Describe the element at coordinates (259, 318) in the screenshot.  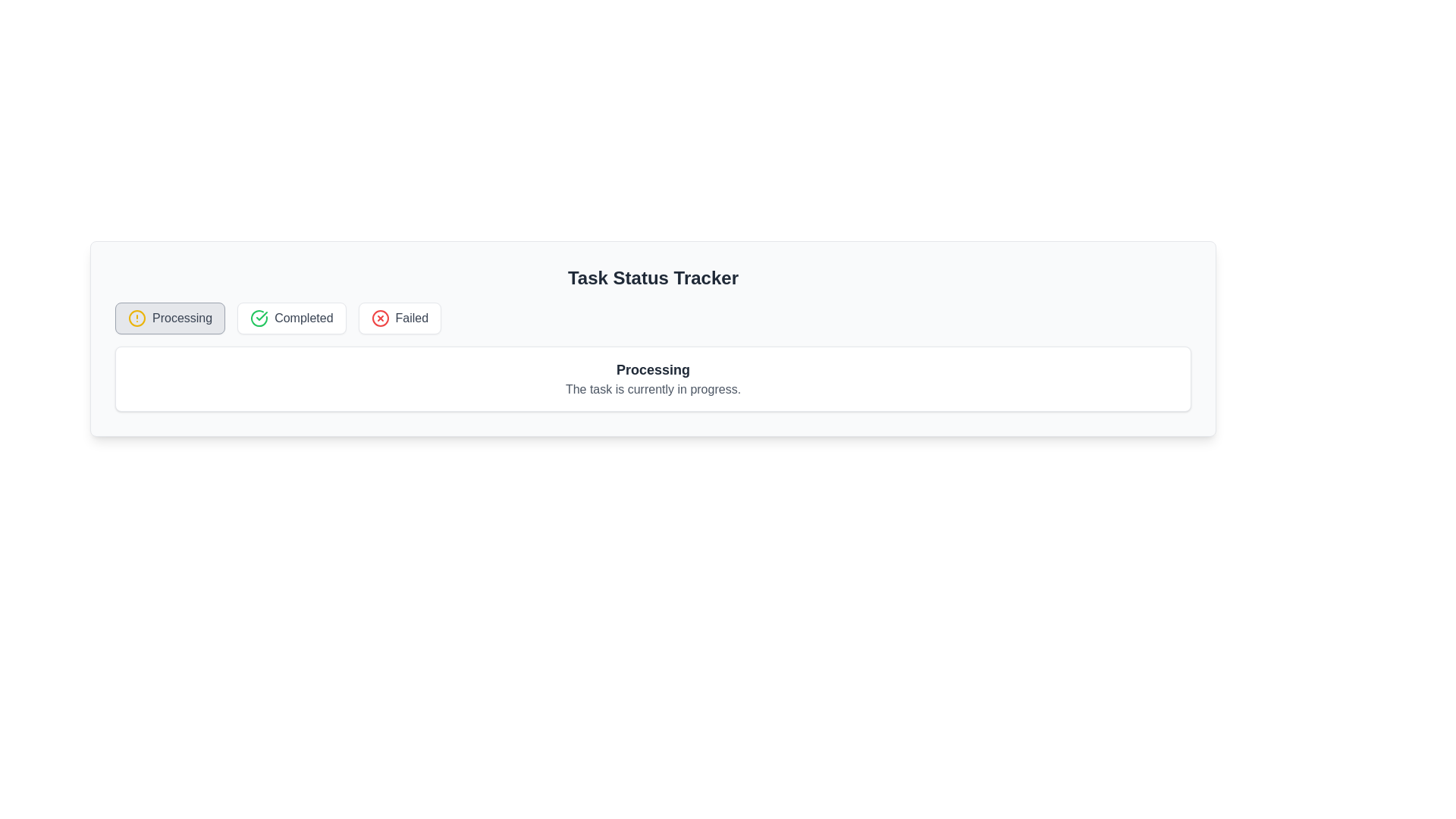
I see `the button labeled 'Completed' which signifies the 'Completed' status of a task, located between the 'Processing' icon and the 'Failed' icon` at that location.